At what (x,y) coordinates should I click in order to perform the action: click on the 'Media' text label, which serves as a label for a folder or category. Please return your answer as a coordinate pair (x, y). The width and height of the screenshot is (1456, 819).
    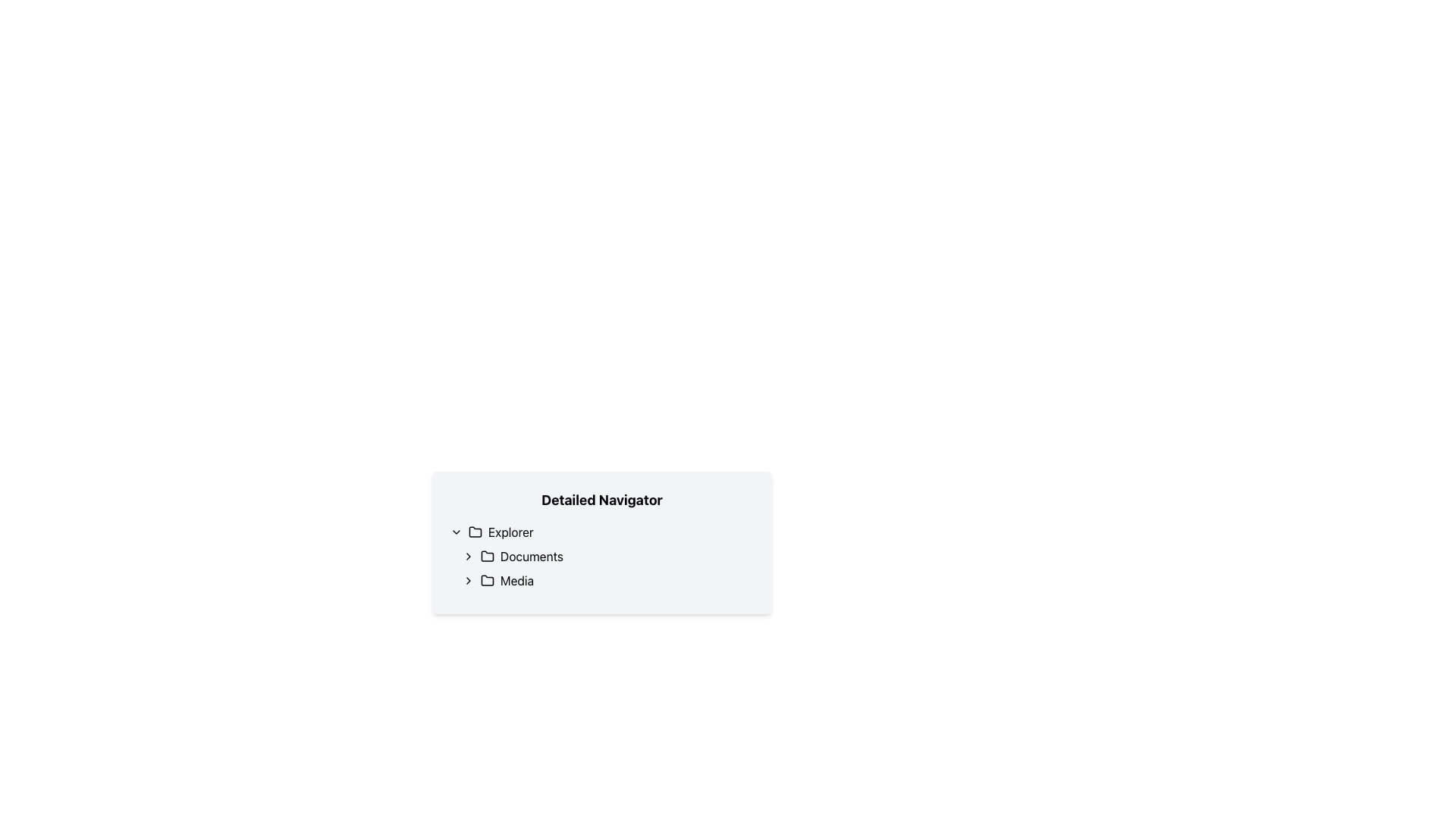
    Looking at the image, I should click on (516, 580).